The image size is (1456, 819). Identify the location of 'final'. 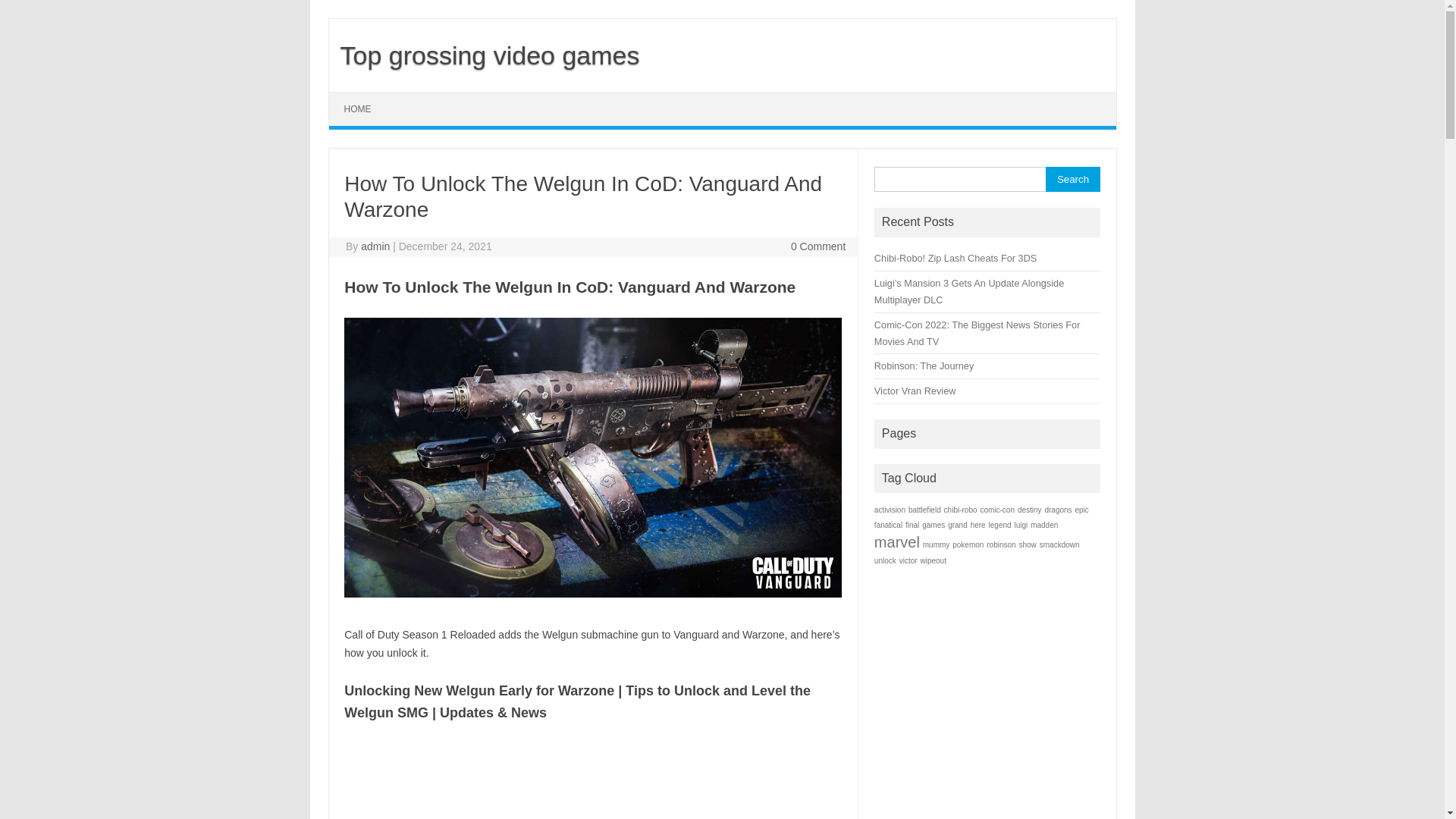
(912, 524).